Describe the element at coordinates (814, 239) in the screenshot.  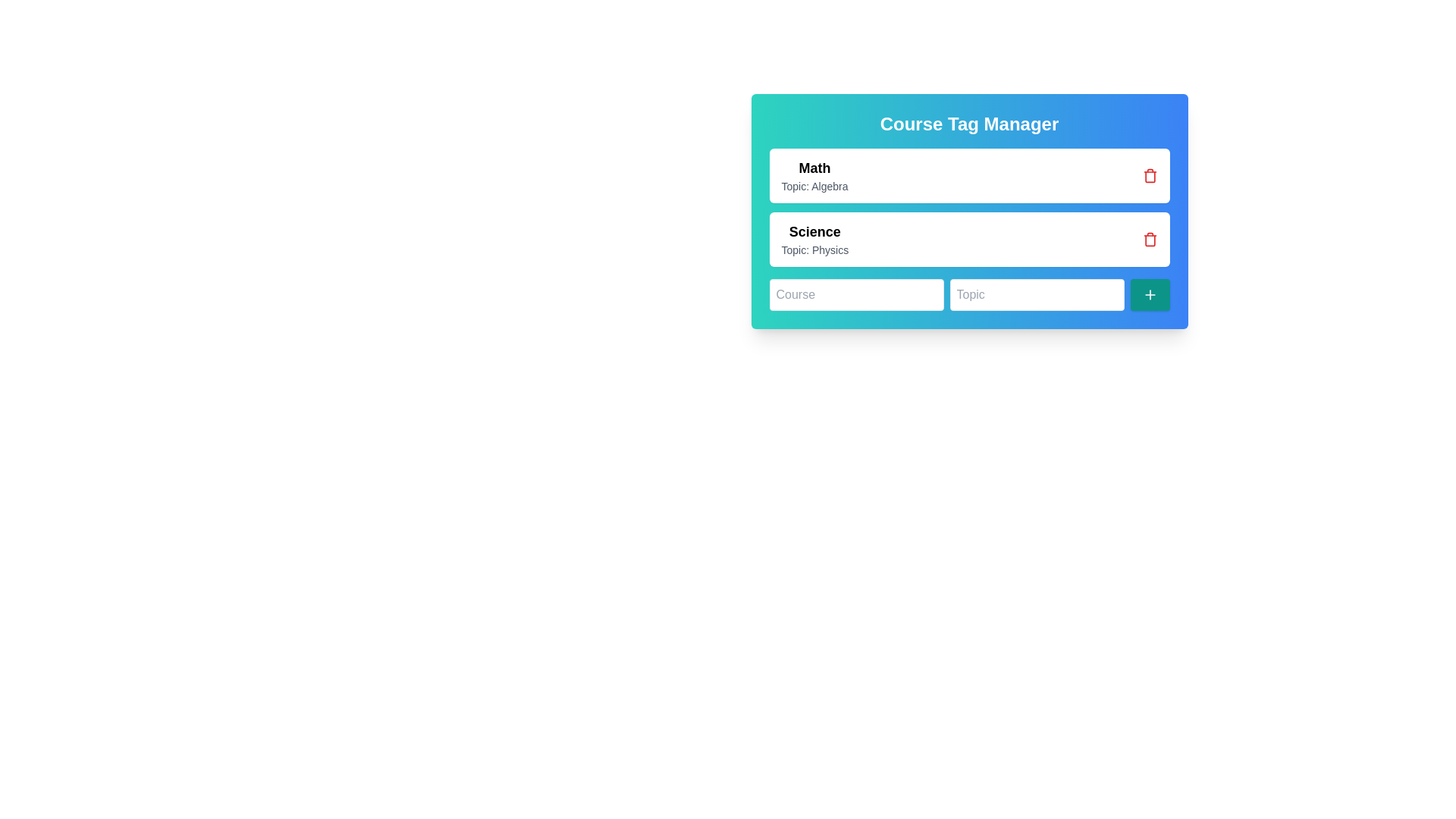
I see `the Text block displaying 'Science' with the secondary text 'Topic: Physics', located in the second row of the list underneath 'Math Topic: Algebra'` at that location.